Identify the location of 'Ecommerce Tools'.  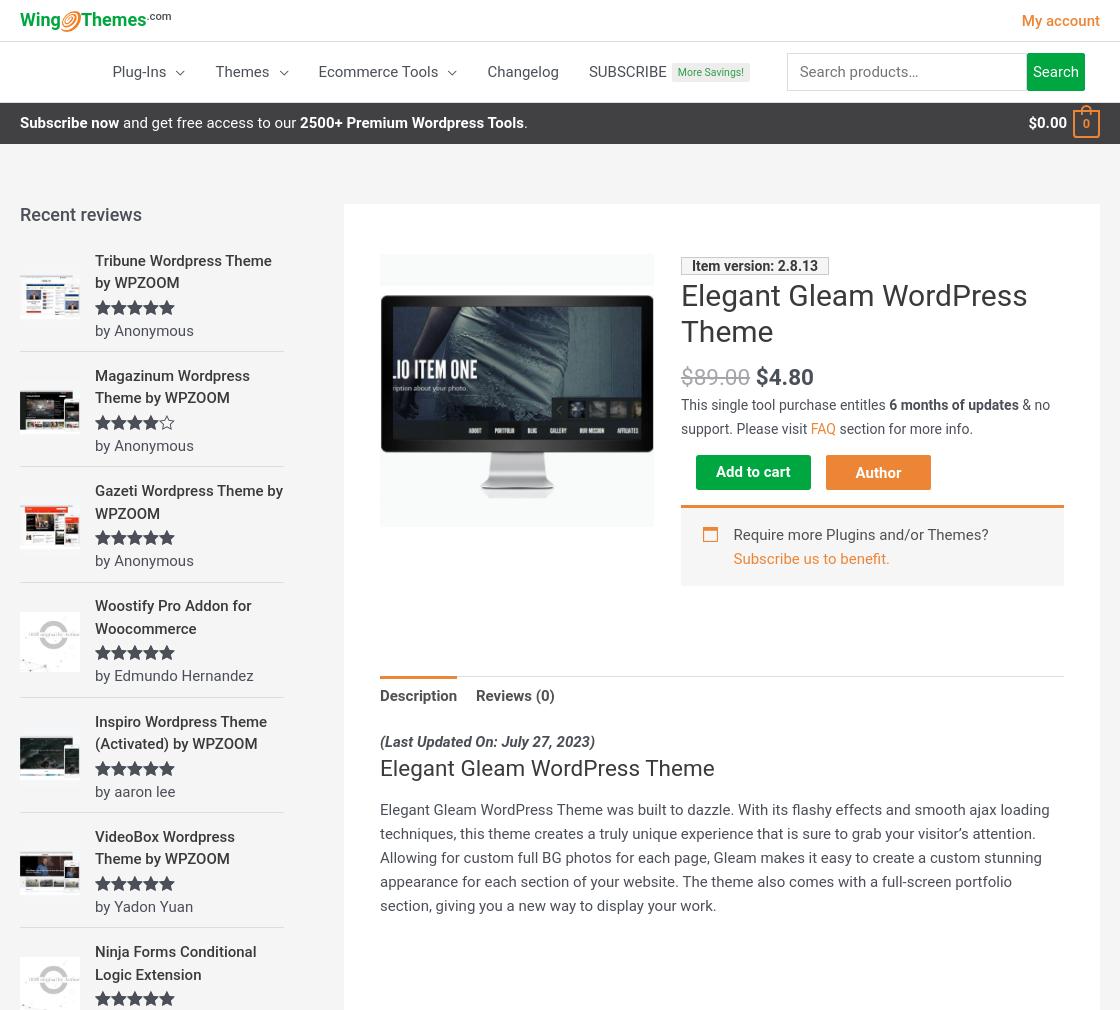
(378, 71).